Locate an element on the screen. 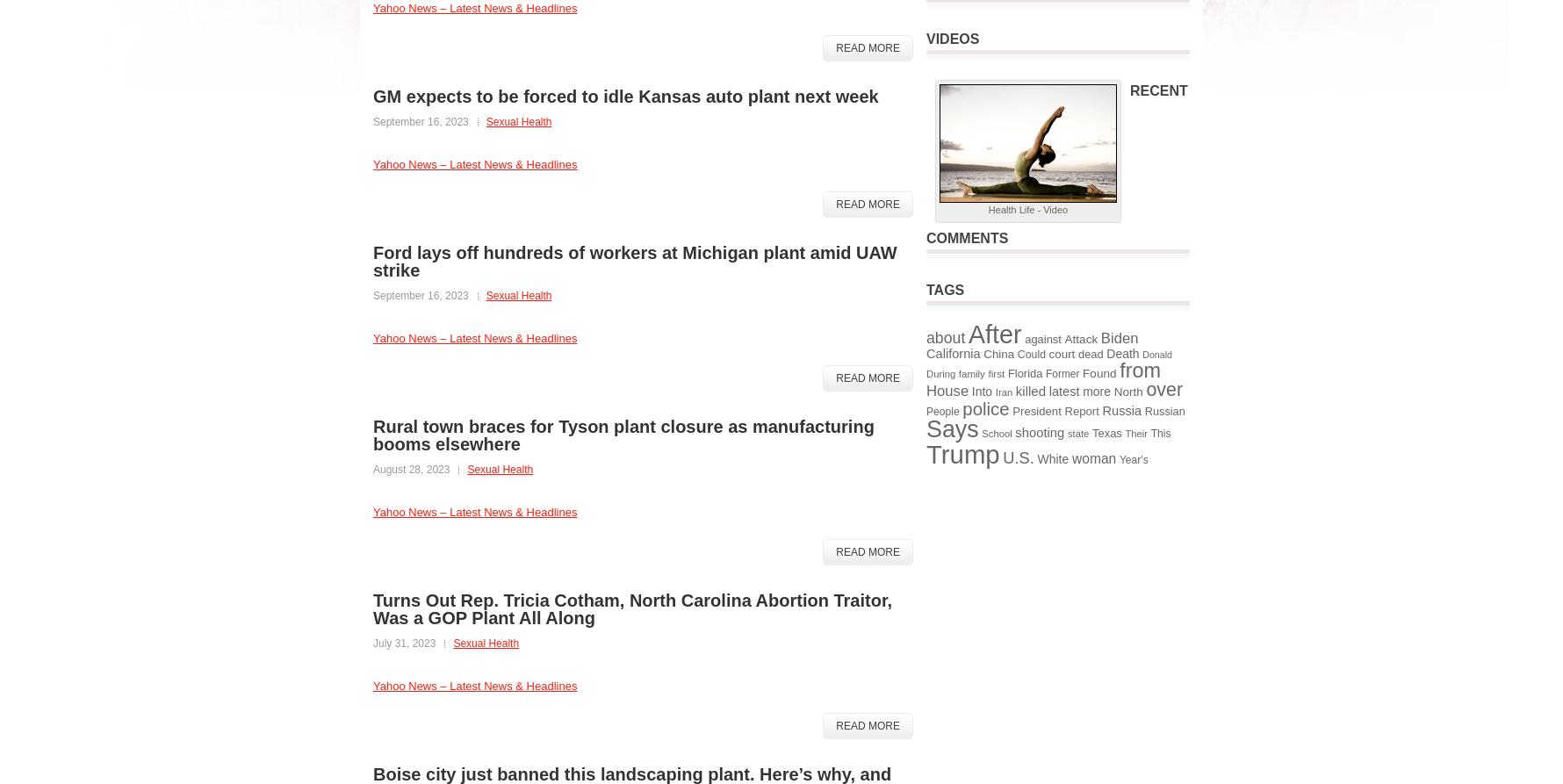  'over' is located at coordinates (1163, 389).